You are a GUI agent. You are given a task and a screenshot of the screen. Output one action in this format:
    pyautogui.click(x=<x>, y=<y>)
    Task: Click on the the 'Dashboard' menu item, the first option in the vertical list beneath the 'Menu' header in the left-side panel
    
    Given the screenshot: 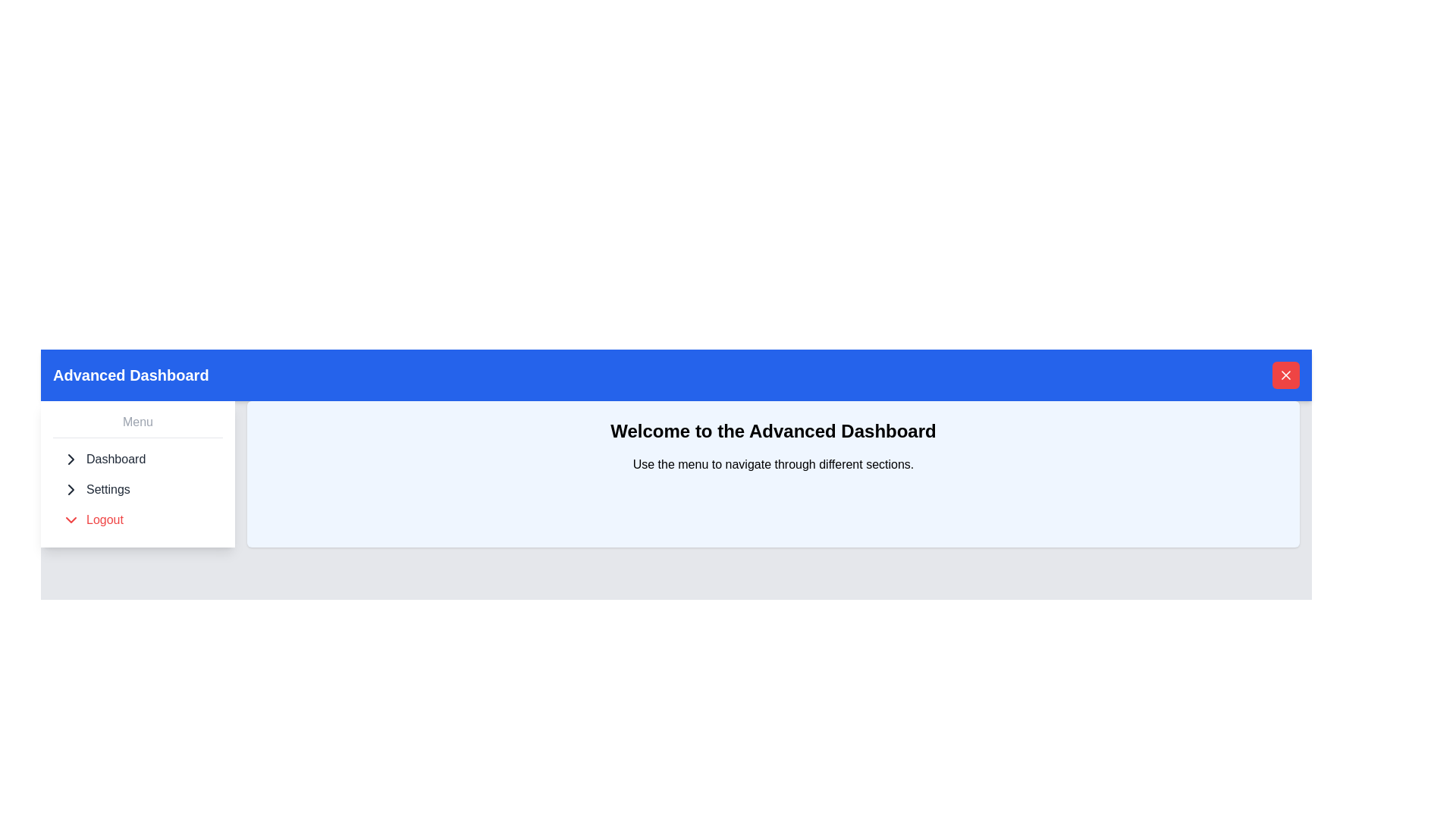 What is the action you would take?
    pyautogui.click(x=138, y=458)
    